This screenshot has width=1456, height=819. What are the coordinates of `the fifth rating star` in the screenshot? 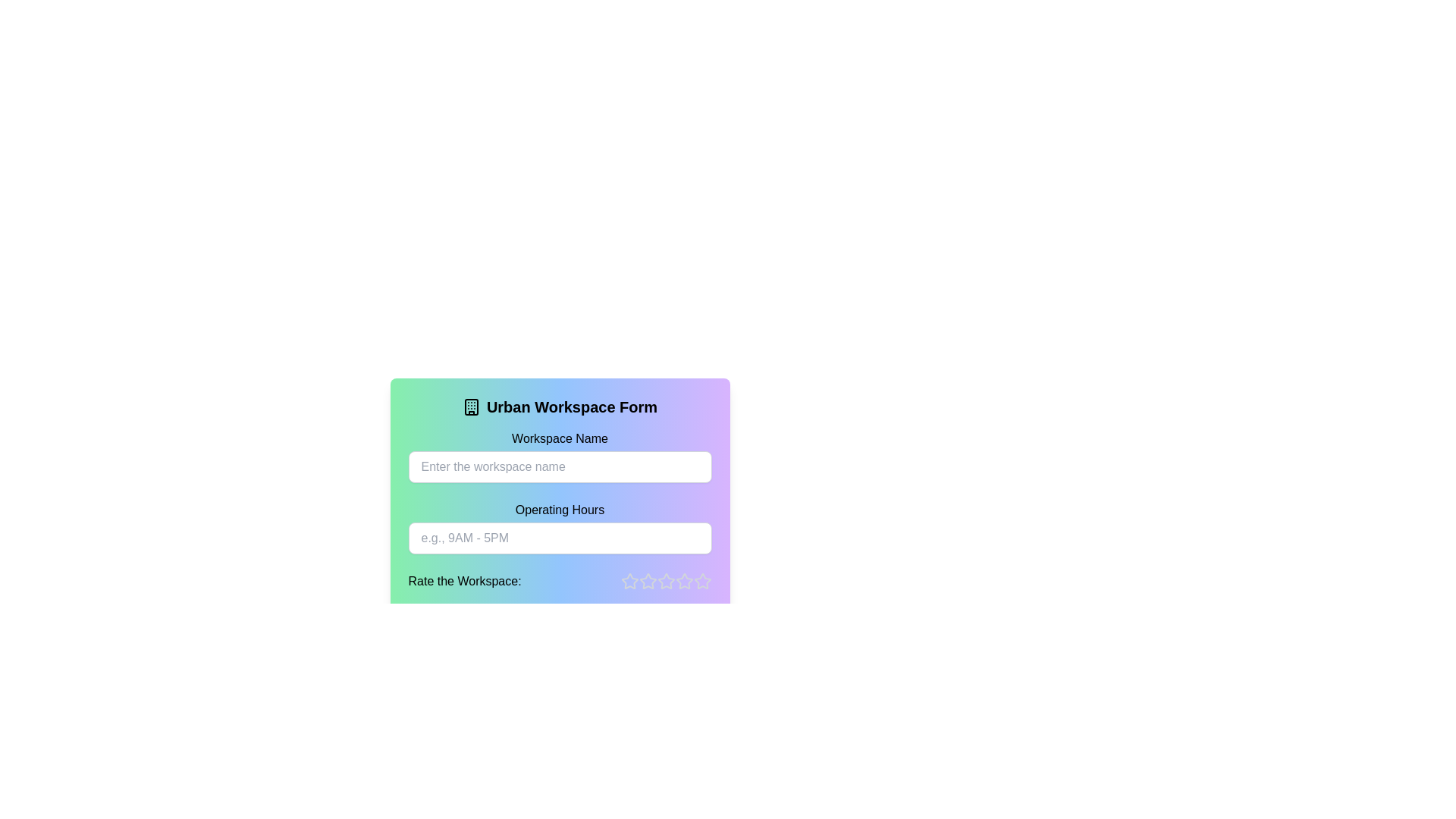 It's located at (683, 581).